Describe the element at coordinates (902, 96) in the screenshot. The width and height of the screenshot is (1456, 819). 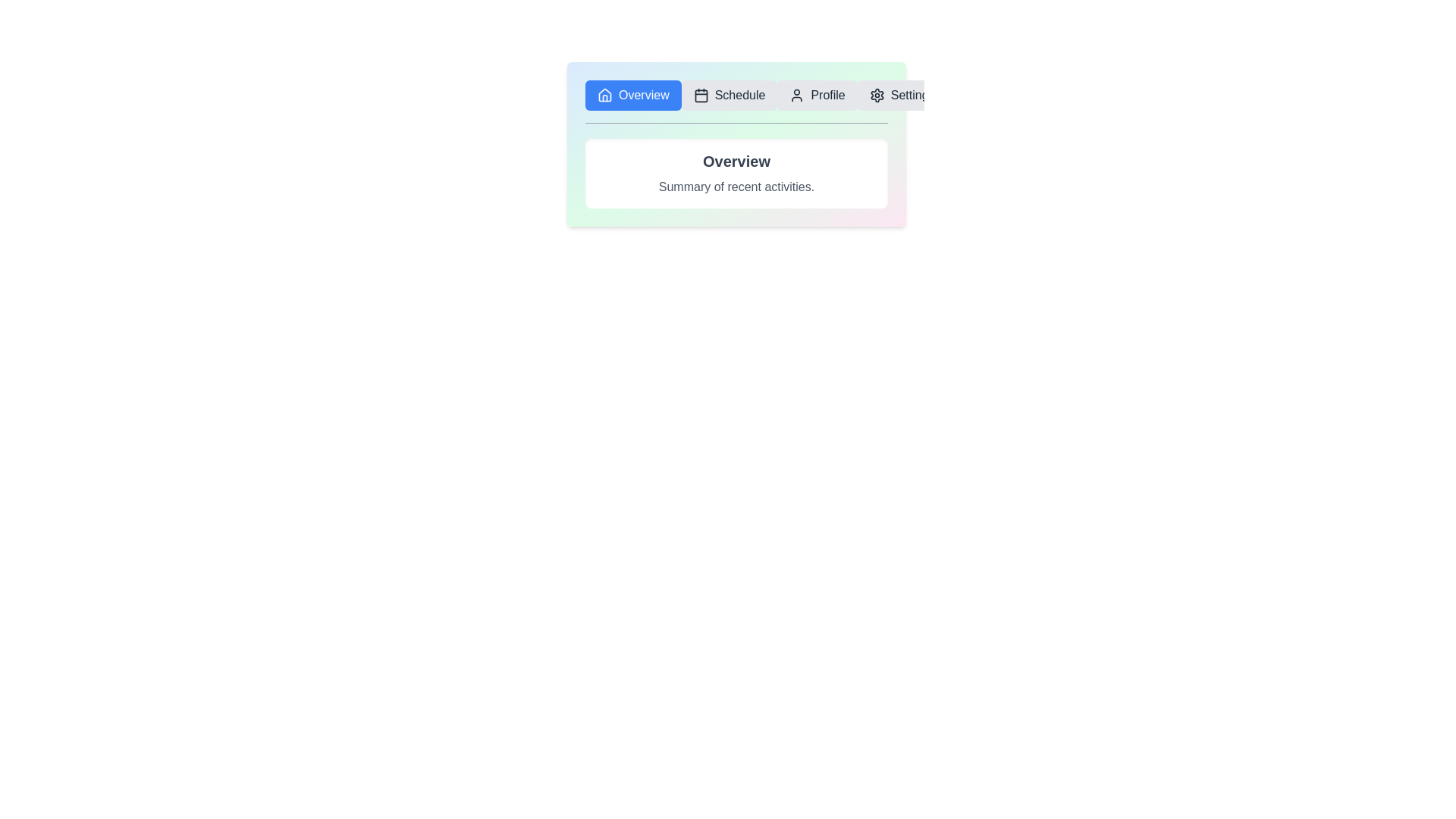
I see `the tab labeled Settings` at that location.